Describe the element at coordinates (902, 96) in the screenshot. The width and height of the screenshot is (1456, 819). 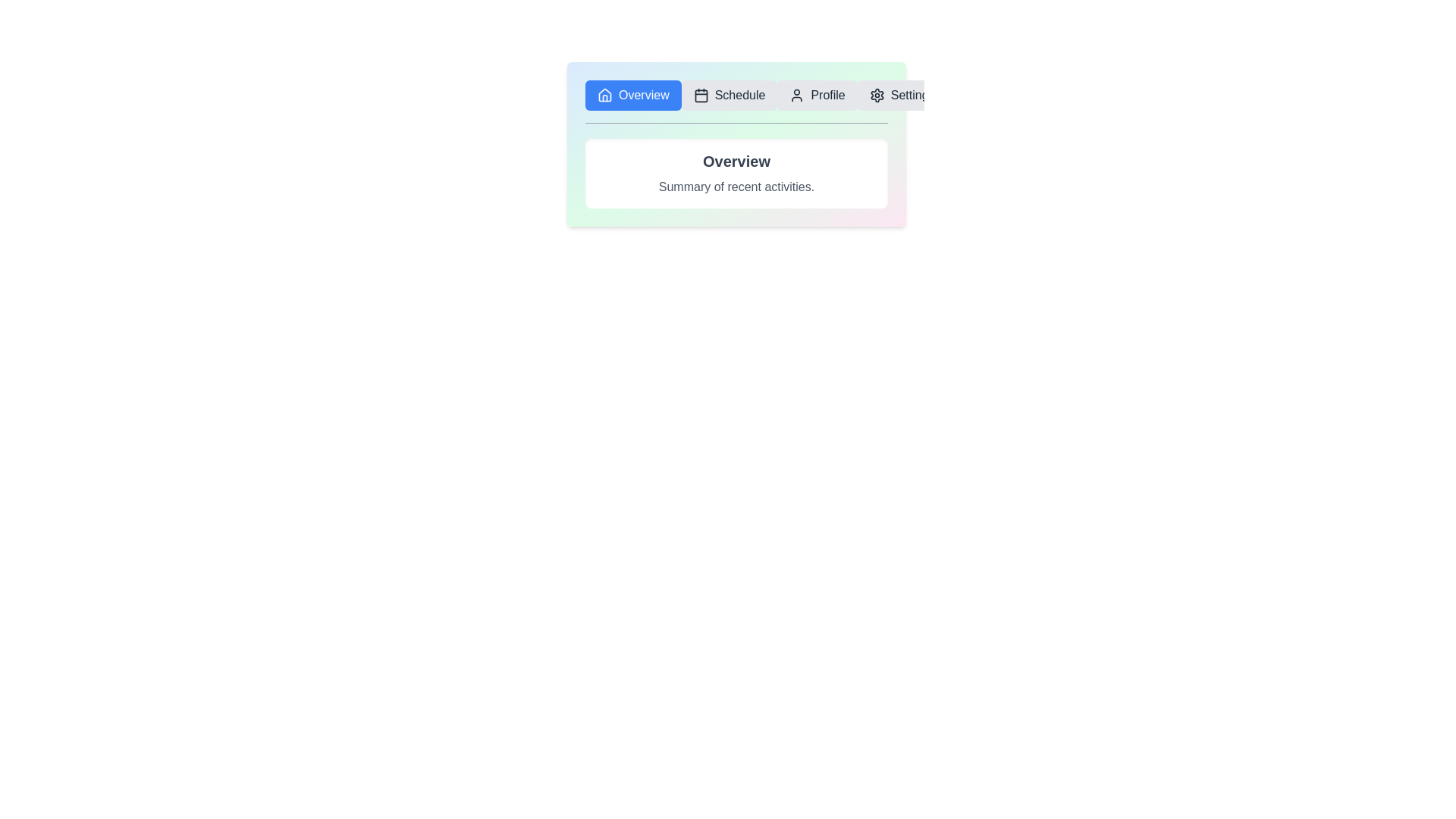
I see `the tab labeled Settings` at that location.